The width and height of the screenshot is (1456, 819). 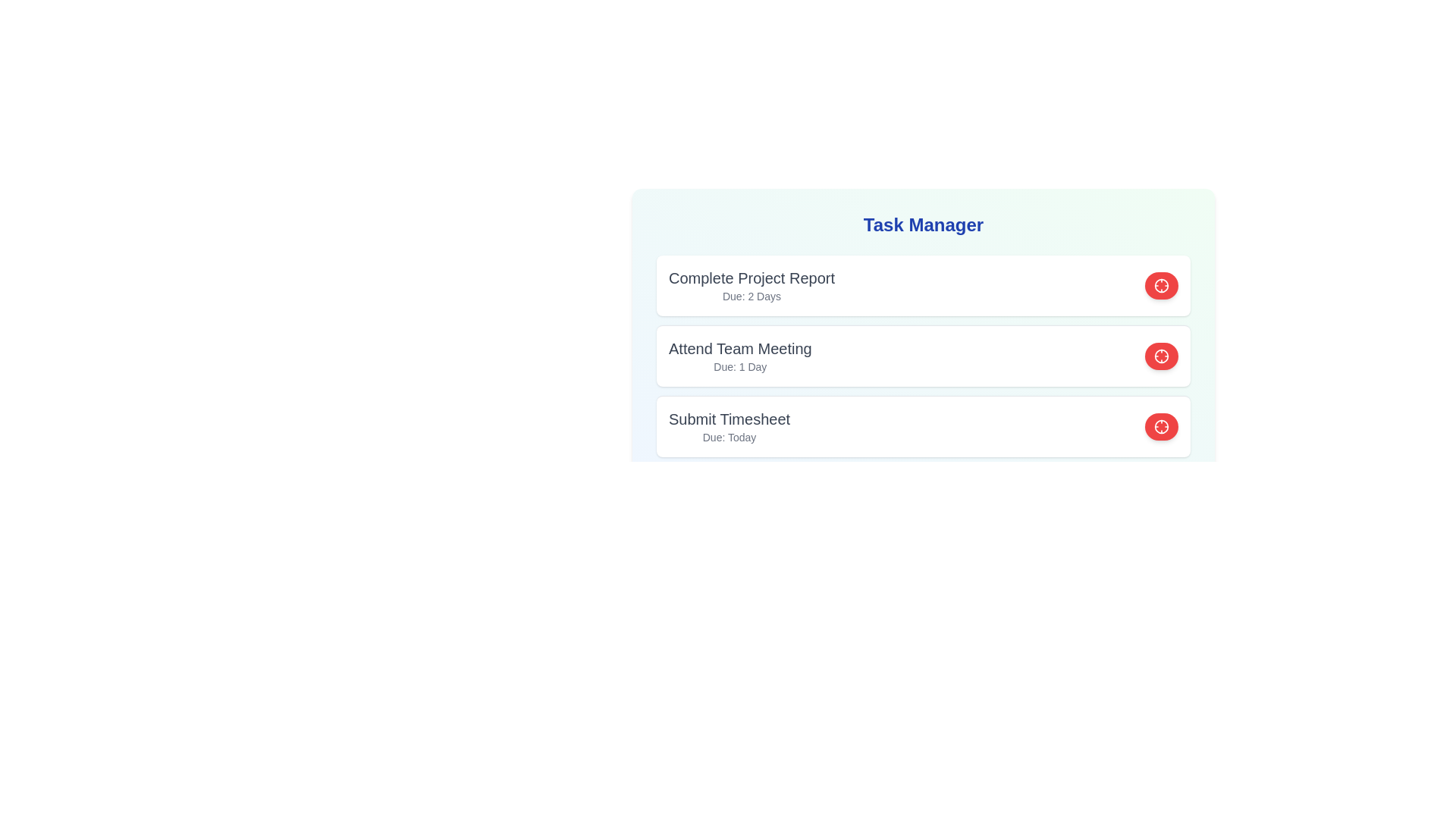 What do you see at coordinates (730, 427) in the screenshot?
I see `the third label in the task management interface that displays a task's title and due date, positioned beneath 'Complete Project Report' and 'Attend Team Meeting'` at bounding box center [730, 427].